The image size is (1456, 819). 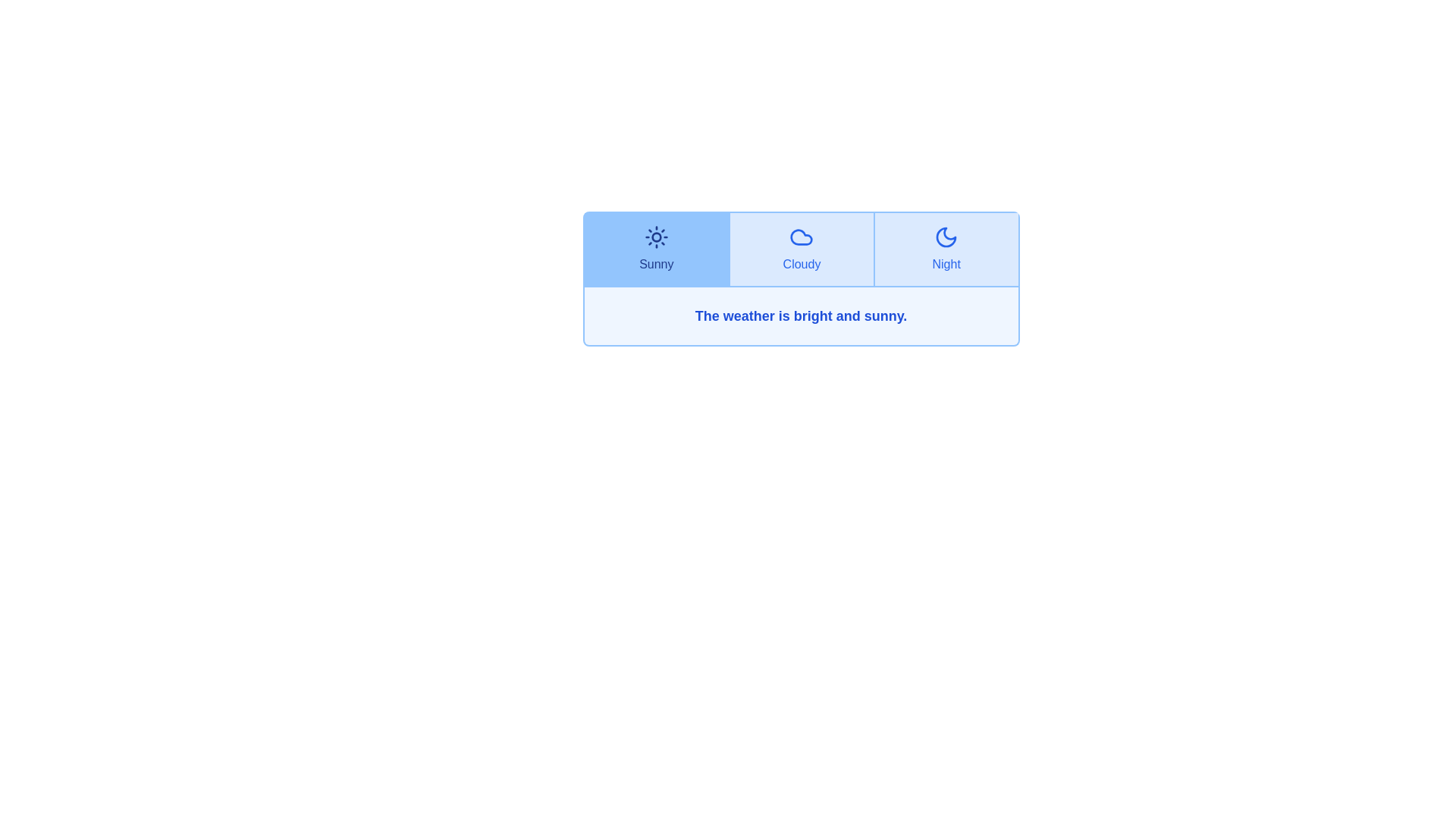 What do you see at coordinates (656, 248) in the screenshot?
I see `the Sunny tab` at bounding box center [656, 248].